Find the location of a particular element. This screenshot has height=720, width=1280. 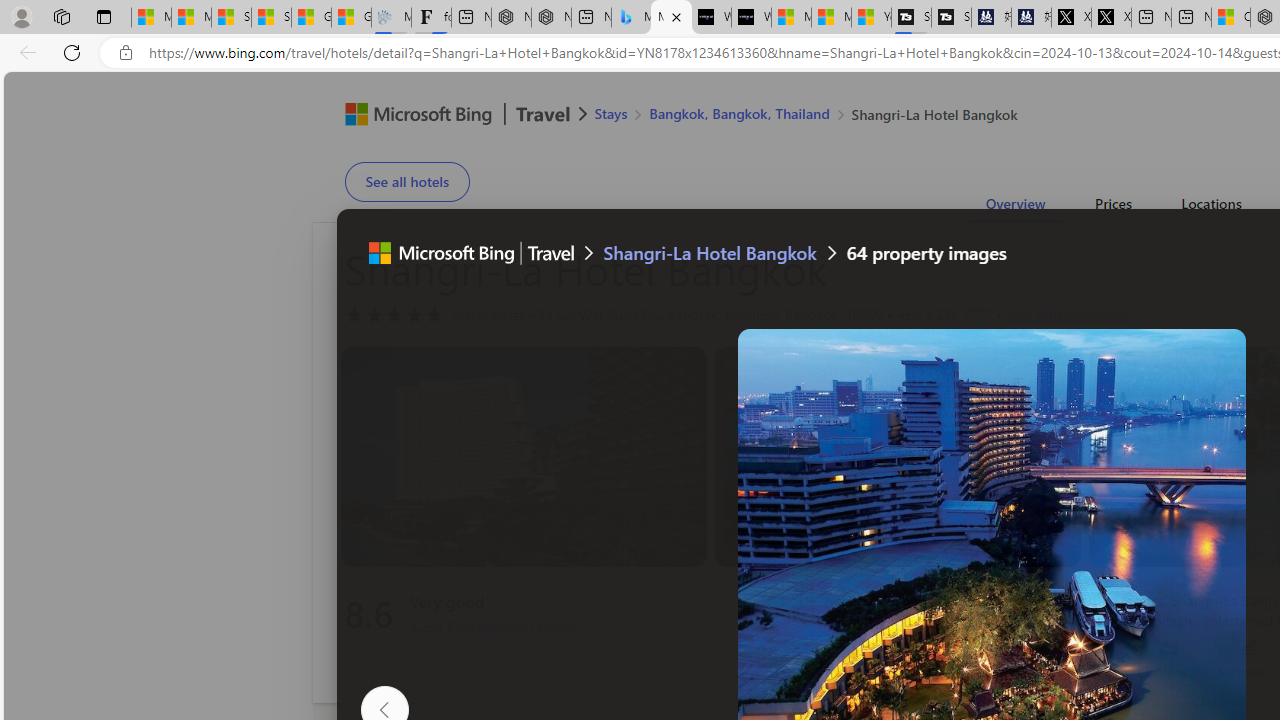

'Streaming Coverage | T3' is located at coordinates (910, 17).